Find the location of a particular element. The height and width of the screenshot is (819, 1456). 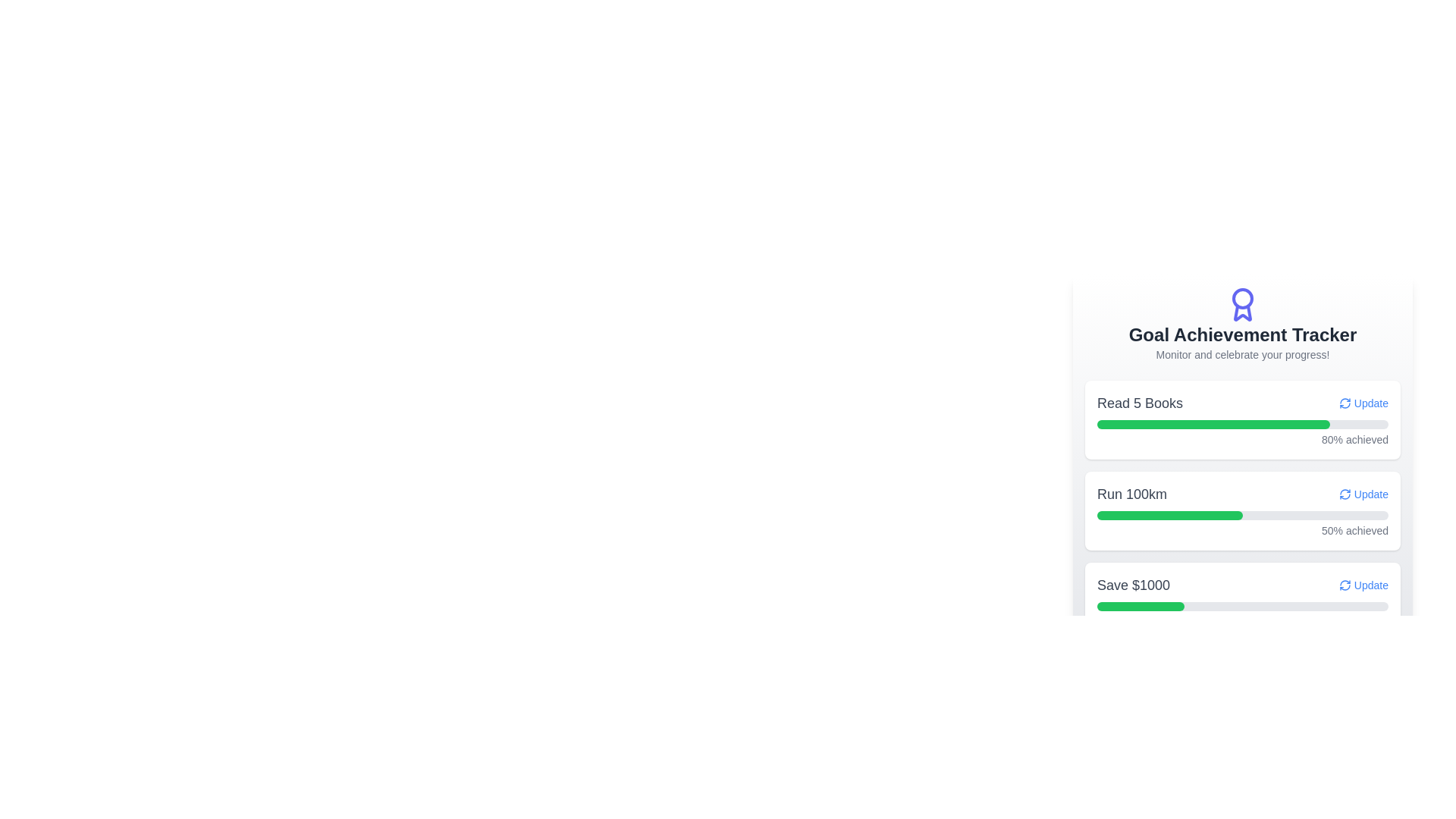

the circular vector graphic element with a blue border and white interior located at the top center of the 'Goal Achievement Tracker' content card is located at coordinates (1242, 298).